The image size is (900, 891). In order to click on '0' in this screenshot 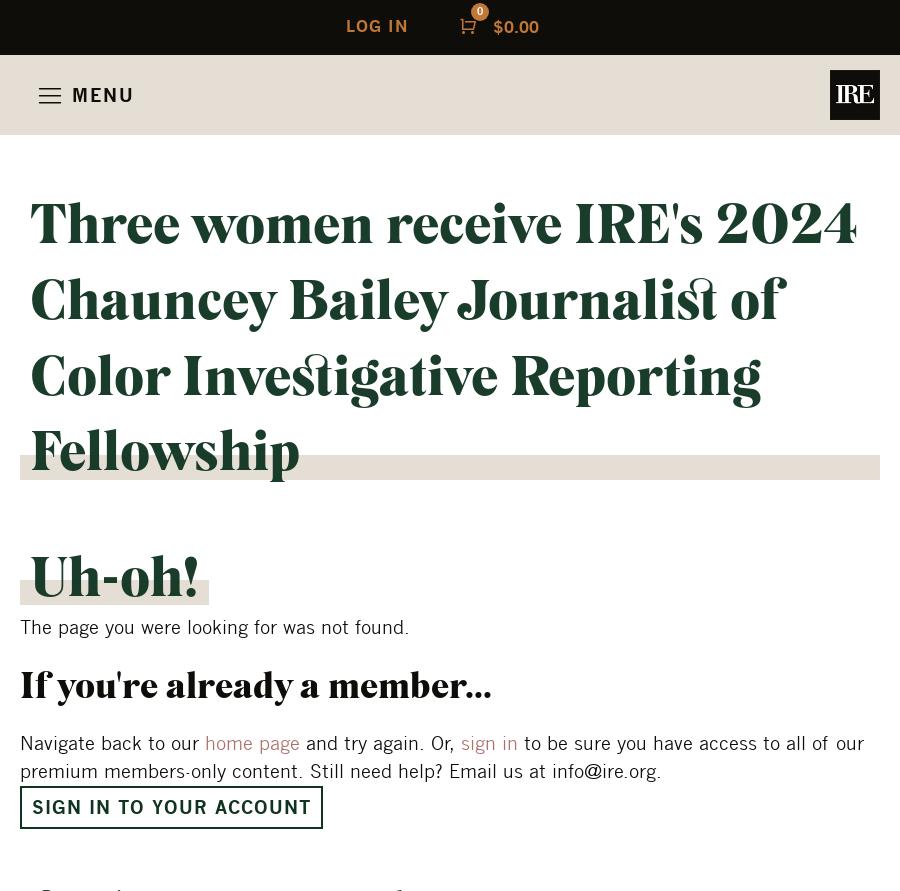, I will do `click(476, 10)`.